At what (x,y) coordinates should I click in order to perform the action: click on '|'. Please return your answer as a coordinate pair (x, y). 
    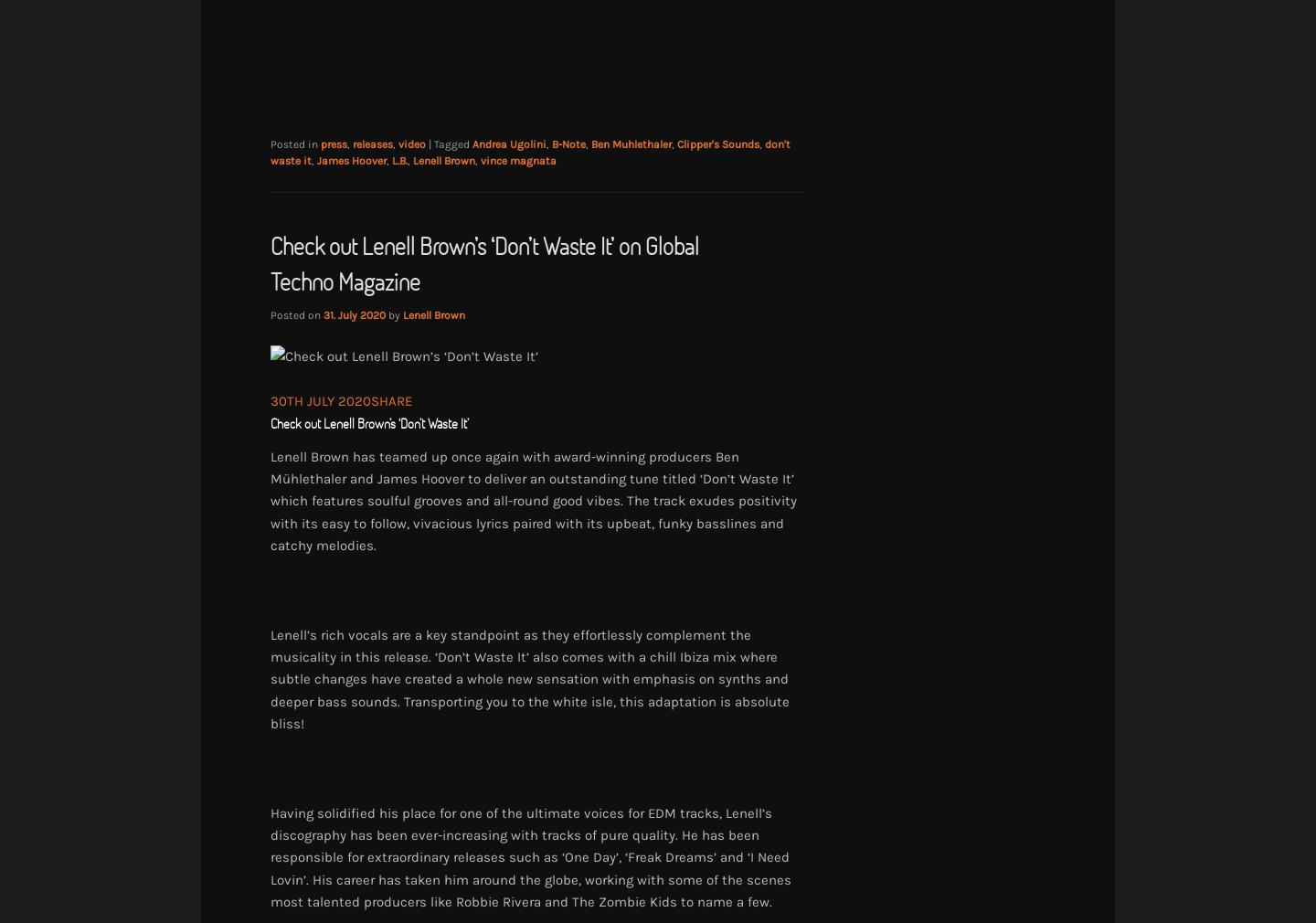
    Looking at the image, I should click on (431, 143).